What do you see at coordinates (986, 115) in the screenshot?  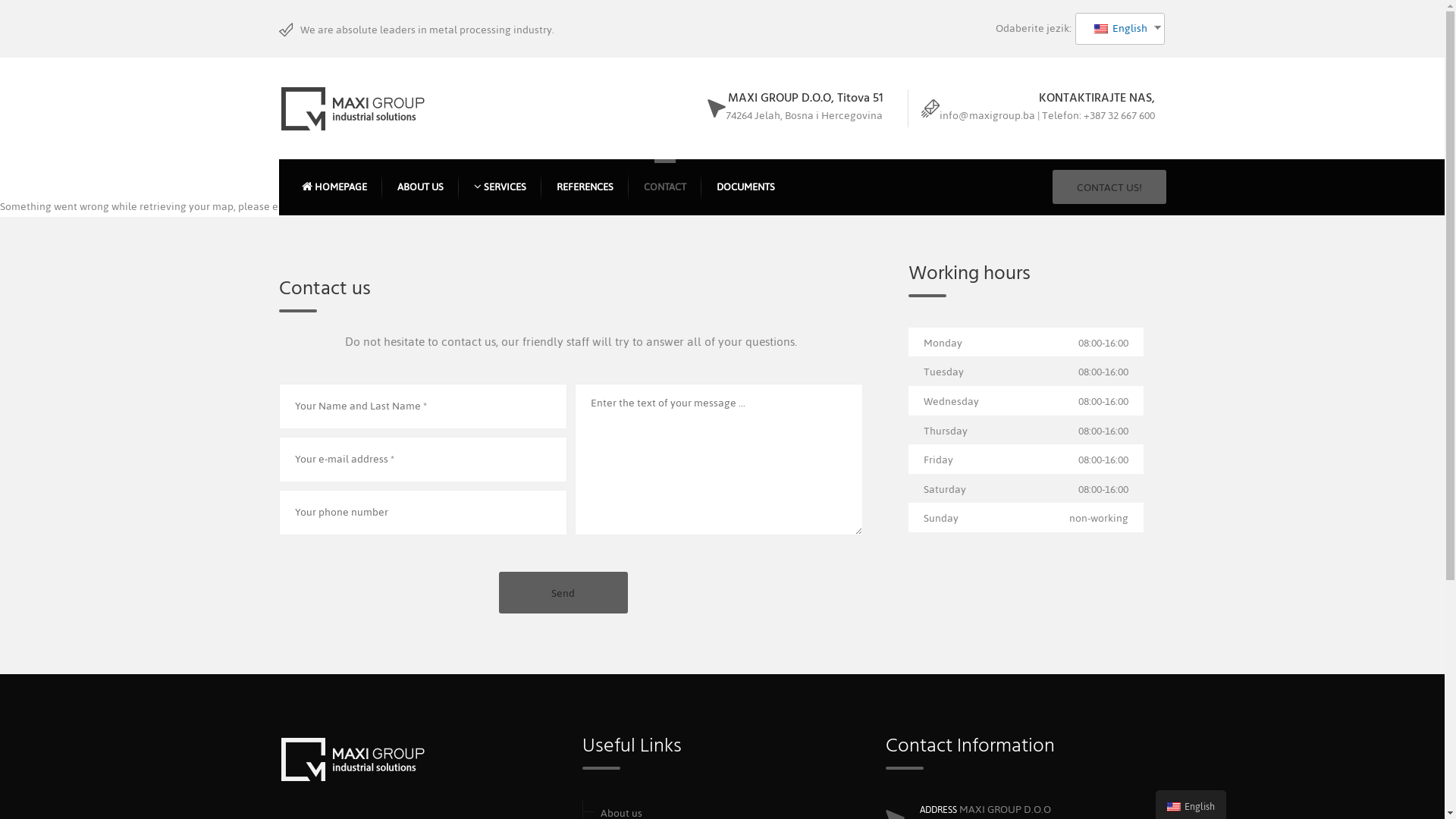 I see `'info@maxigroup.ba'` at bounding box center [986, 115].